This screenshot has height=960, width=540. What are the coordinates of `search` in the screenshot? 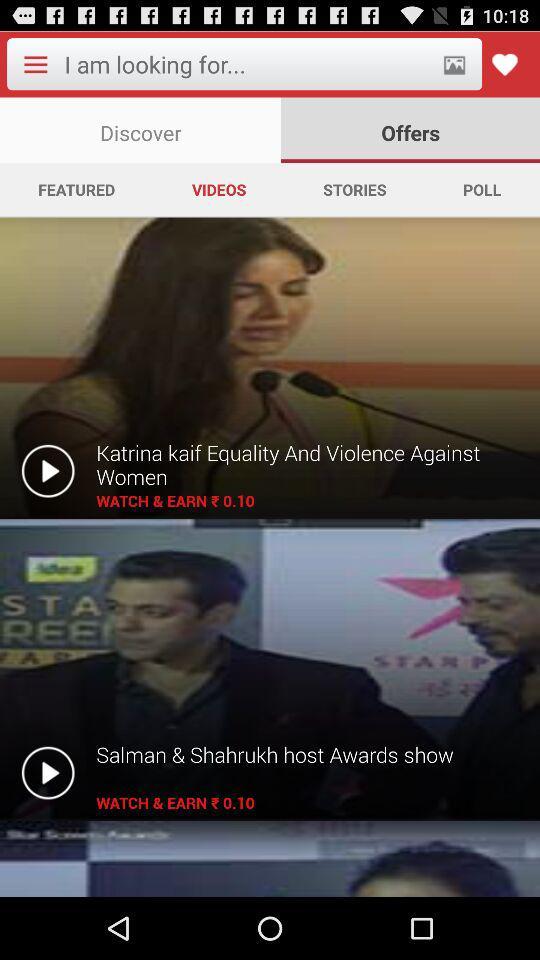 It's located at (247, 64).